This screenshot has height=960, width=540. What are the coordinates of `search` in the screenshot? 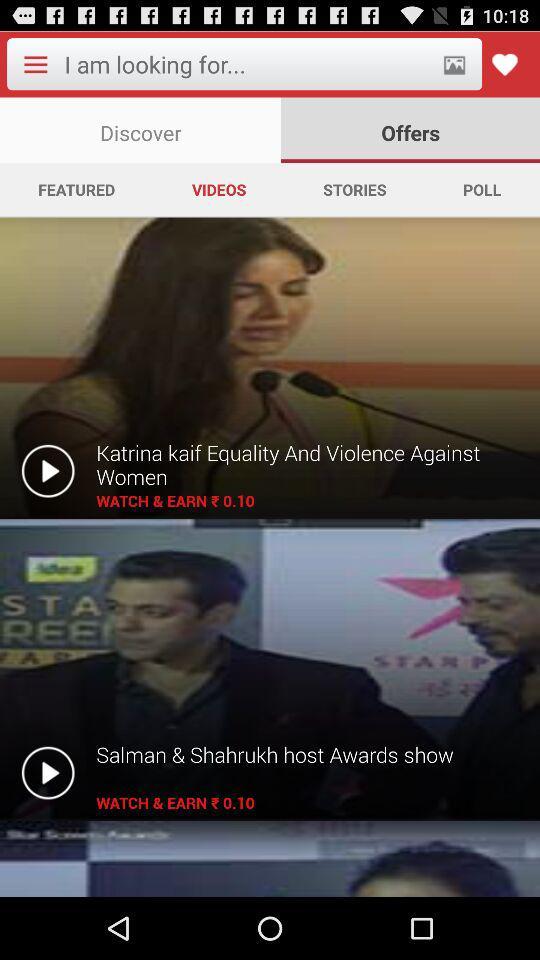 It's located at (247, 64).